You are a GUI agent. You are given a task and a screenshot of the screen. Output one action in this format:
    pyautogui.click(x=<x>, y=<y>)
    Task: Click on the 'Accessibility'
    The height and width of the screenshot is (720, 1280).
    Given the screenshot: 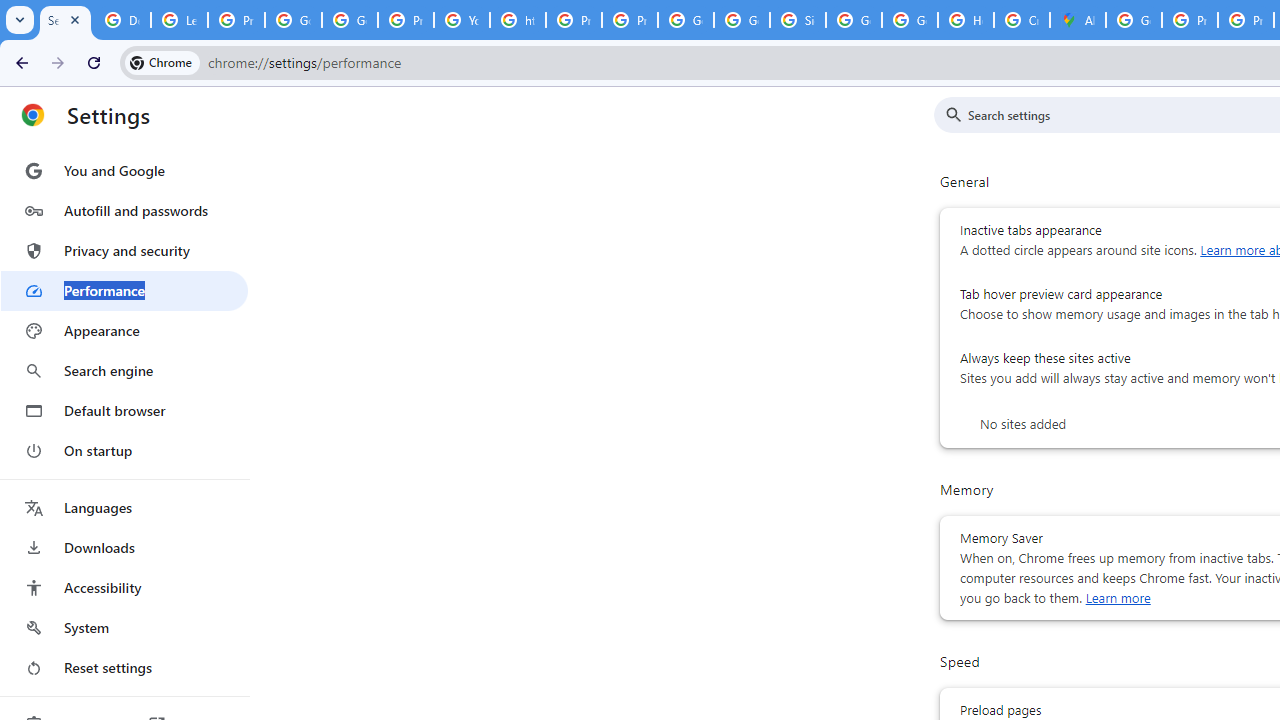 What is the action you would take?
    pyautogui.click(x=123, y=586)
    